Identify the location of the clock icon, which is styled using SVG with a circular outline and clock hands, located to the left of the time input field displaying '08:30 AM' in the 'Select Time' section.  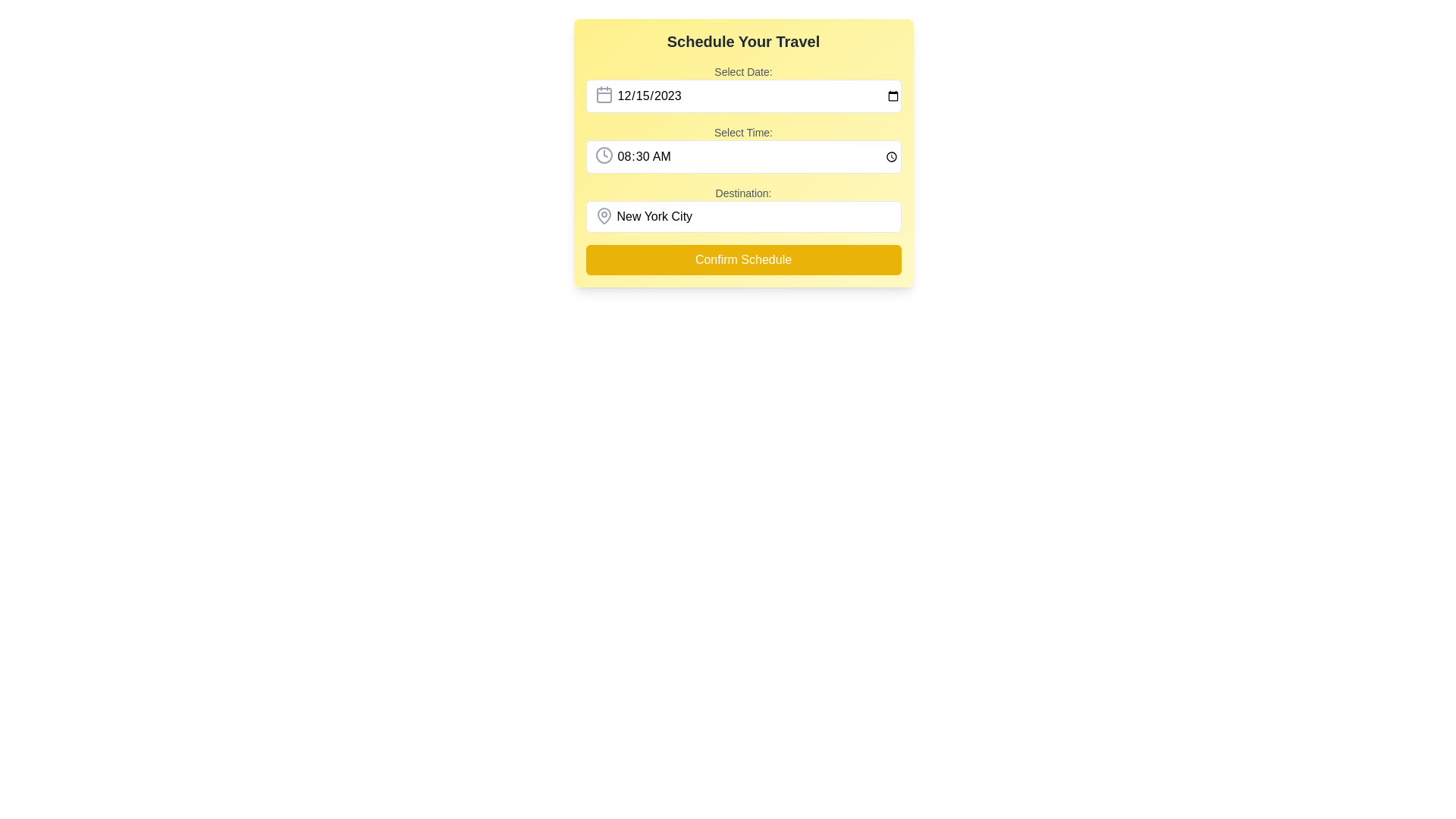
(603, 155).